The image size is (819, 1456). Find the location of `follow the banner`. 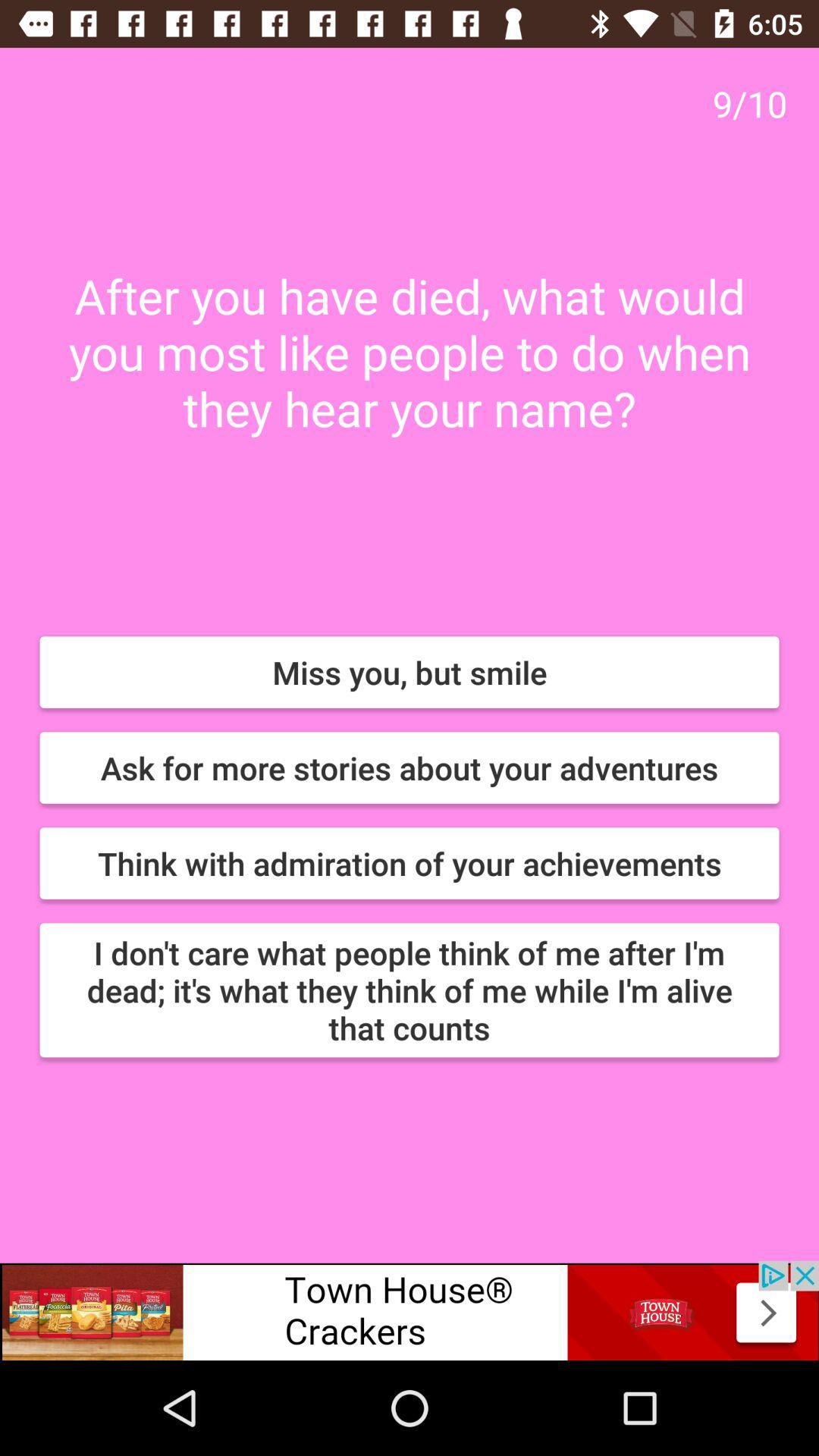

follow the banner is located at coordinates (409, 1310).